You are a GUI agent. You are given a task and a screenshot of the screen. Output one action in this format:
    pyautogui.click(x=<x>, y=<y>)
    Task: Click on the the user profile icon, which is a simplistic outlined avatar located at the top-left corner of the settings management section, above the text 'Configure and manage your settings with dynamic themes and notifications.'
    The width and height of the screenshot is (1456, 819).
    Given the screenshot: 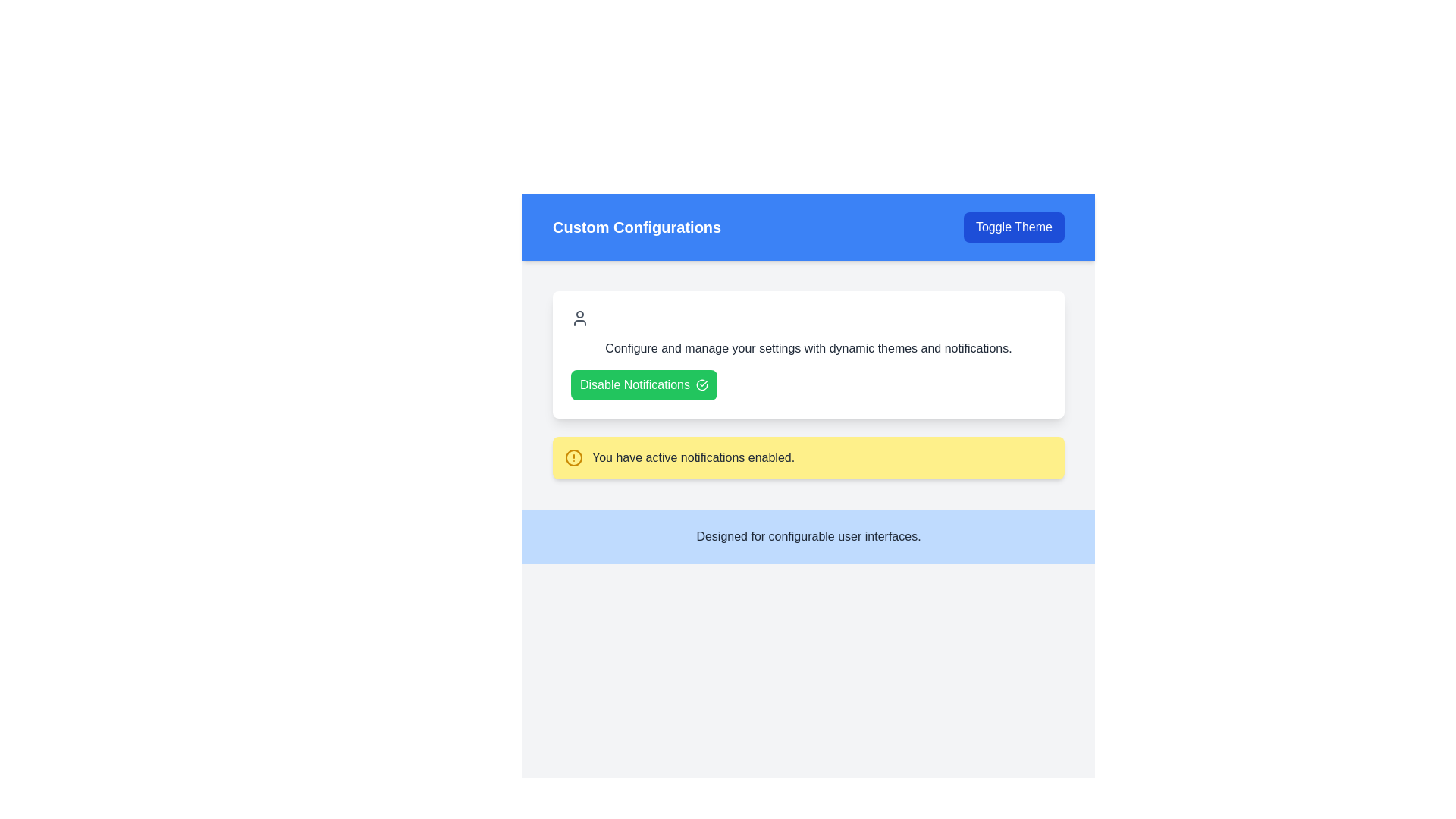 What is the action you would take?
    pyautogui.click(x=579, y=318)
    